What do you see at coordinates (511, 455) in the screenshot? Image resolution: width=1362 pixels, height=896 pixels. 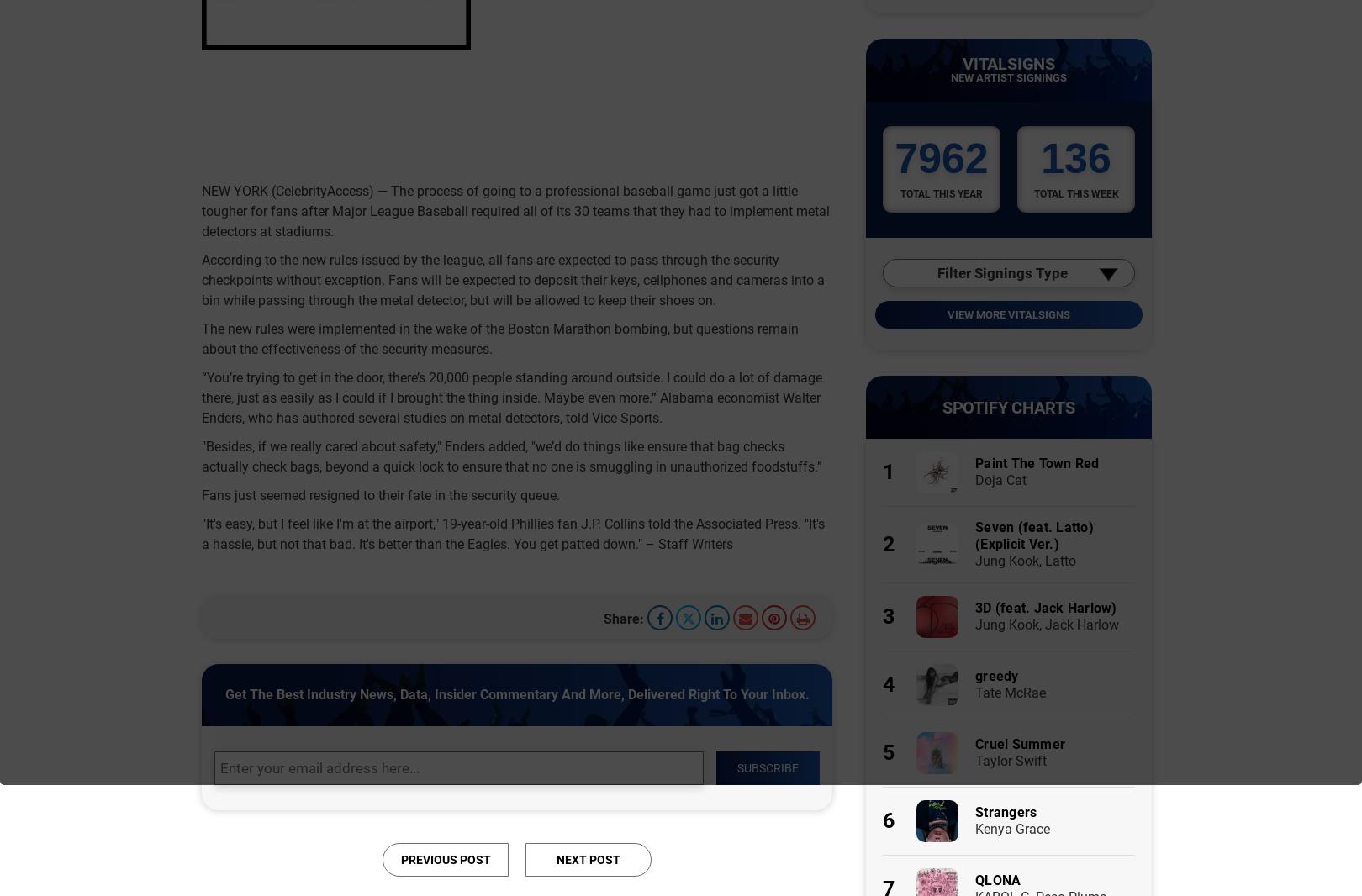 I see `'"Besides, if we really cared about safety," Enders added, "we’d do things like ensure that bag checks actually check bags, beyond a quick look to ensure that no one is smuggling in unauthorized foodstuffs.”'` at bounding box center [511, 455].